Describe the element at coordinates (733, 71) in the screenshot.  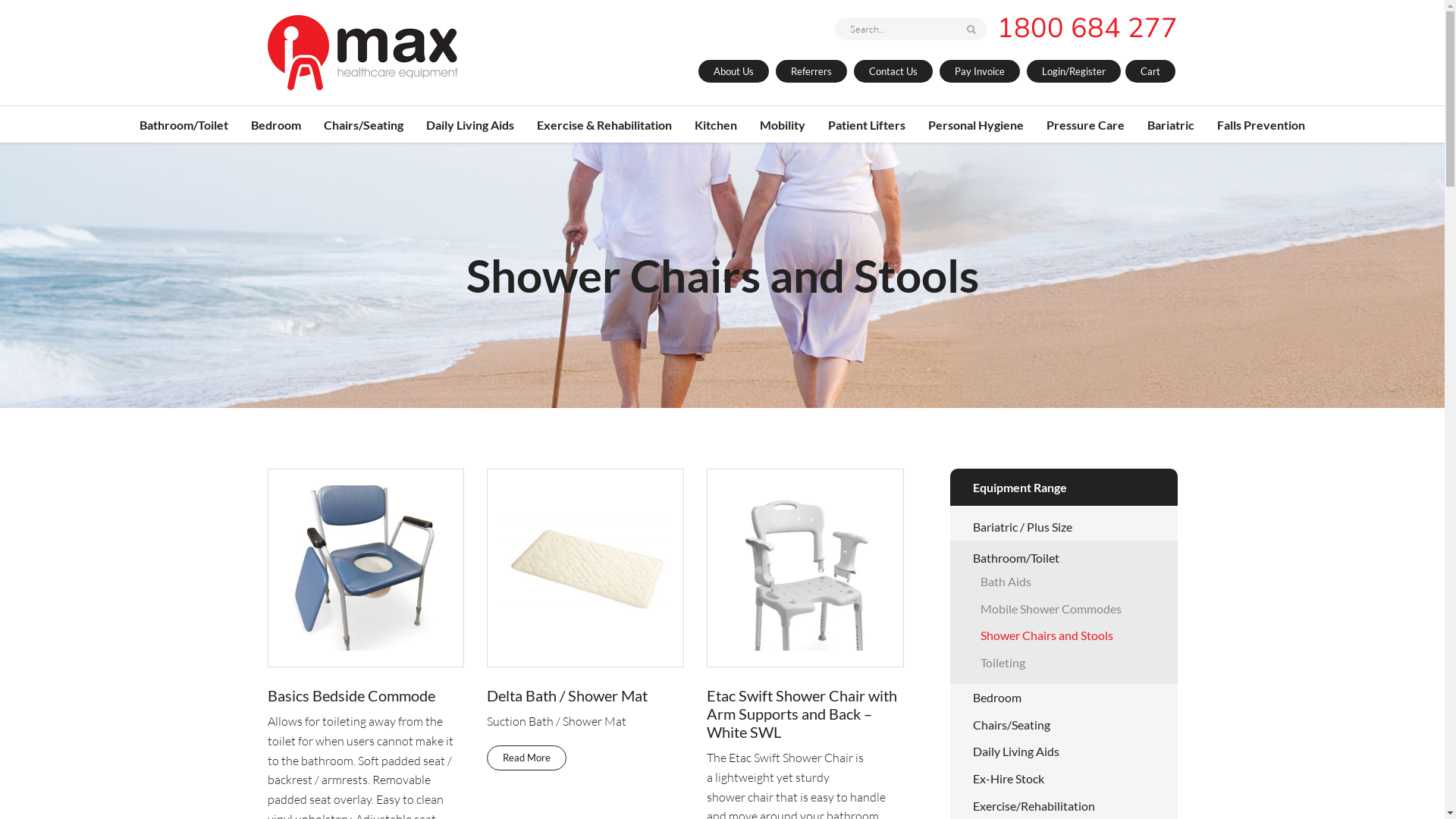
I see `'About Us'` at that location.